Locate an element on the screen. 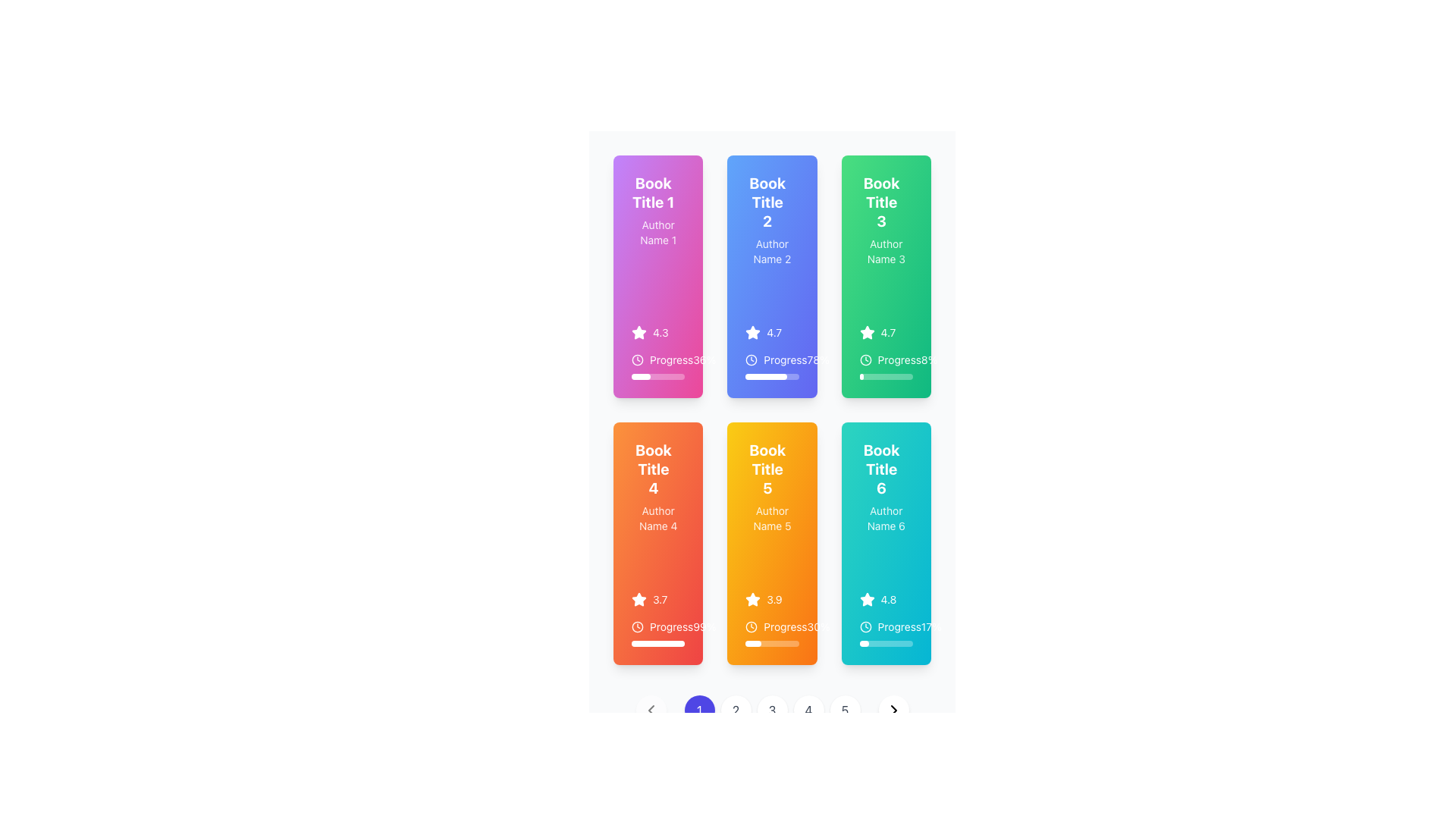 This screenshot has height=819, width=1456. the text label displaying 'Book Title 6' which is styled in bold and located within a teal card interface in the third column of the second row is located at coordinates (886, 471).